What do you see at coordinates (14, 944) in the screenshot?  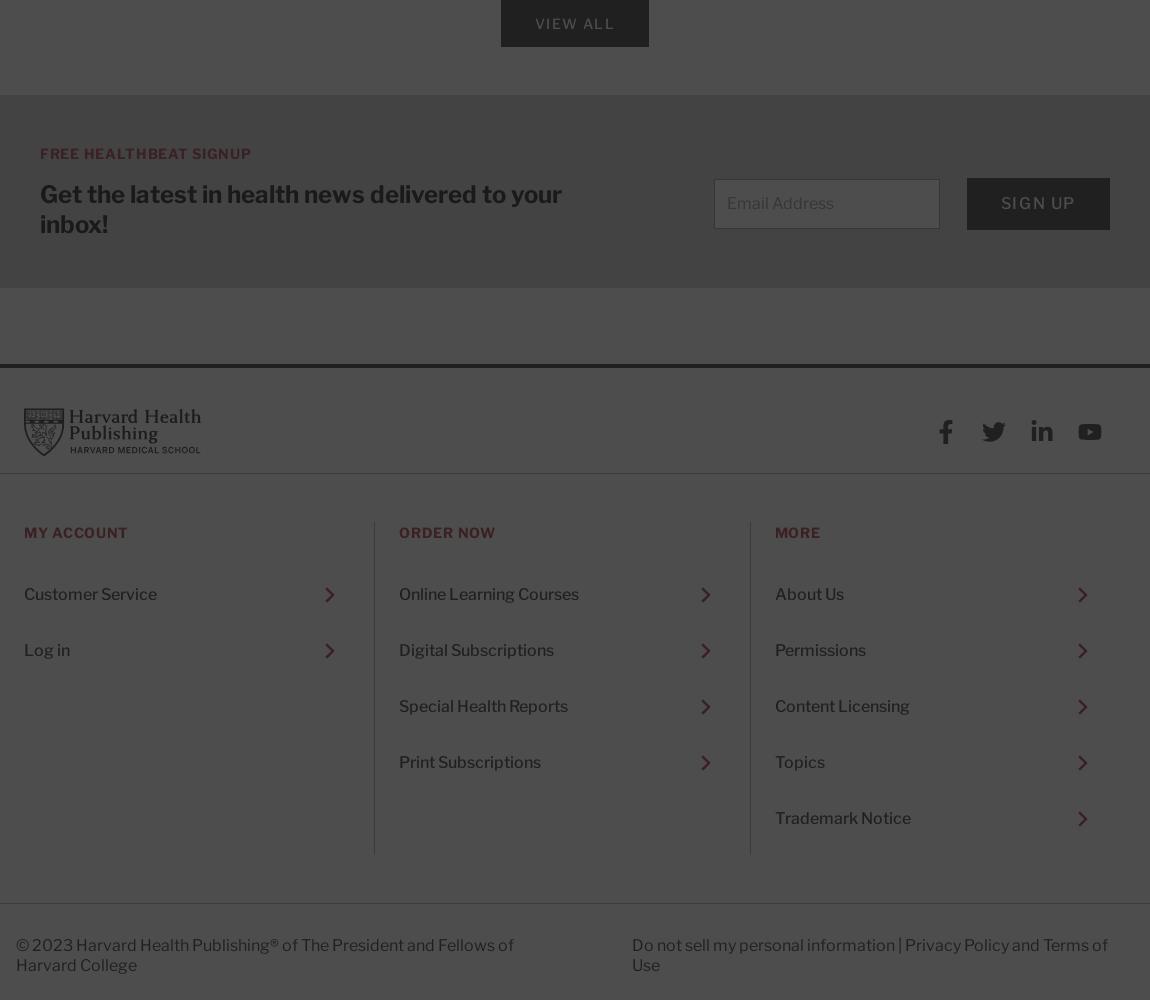 I see `'© 2023'` at bounding box center [14, 944].